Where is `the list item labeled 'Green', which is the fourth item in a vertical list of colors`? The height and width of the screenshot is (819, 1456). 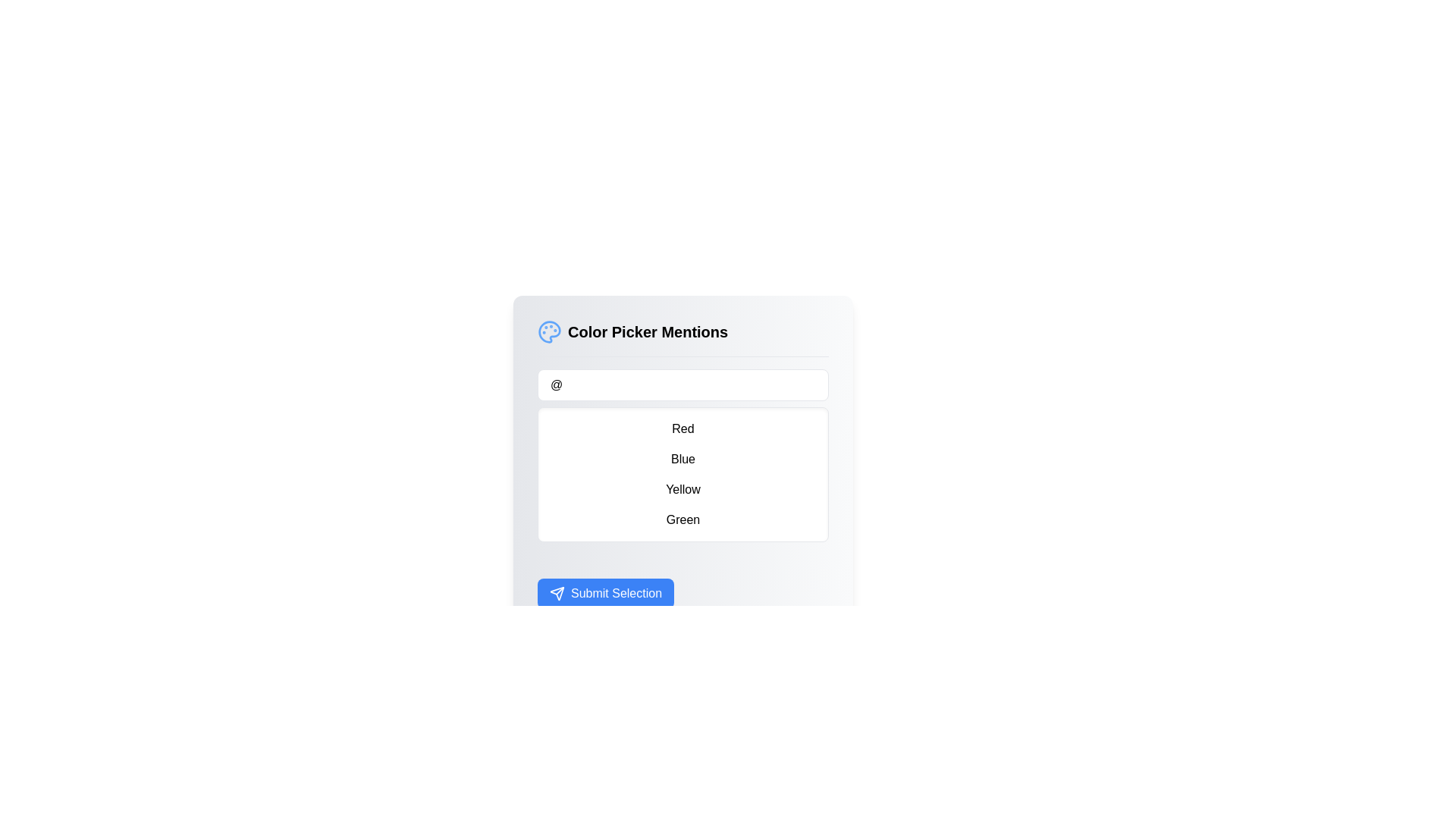
the list item labeled 'Green', which is the fourth item in a vertical list of colors is located at coordinates (682, 519).